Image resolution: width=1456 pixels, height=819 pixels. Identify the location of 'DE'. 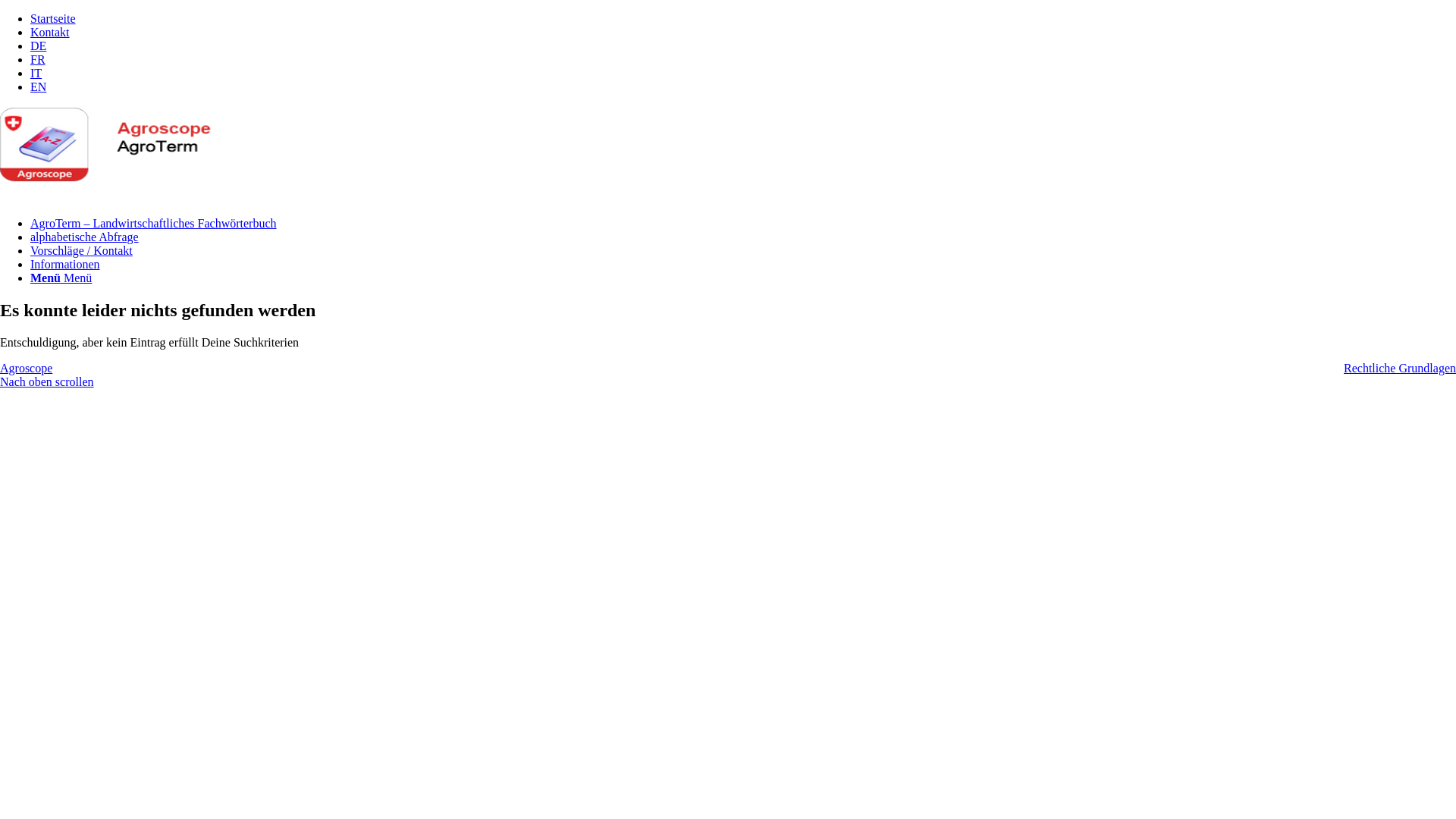
(38, 45).